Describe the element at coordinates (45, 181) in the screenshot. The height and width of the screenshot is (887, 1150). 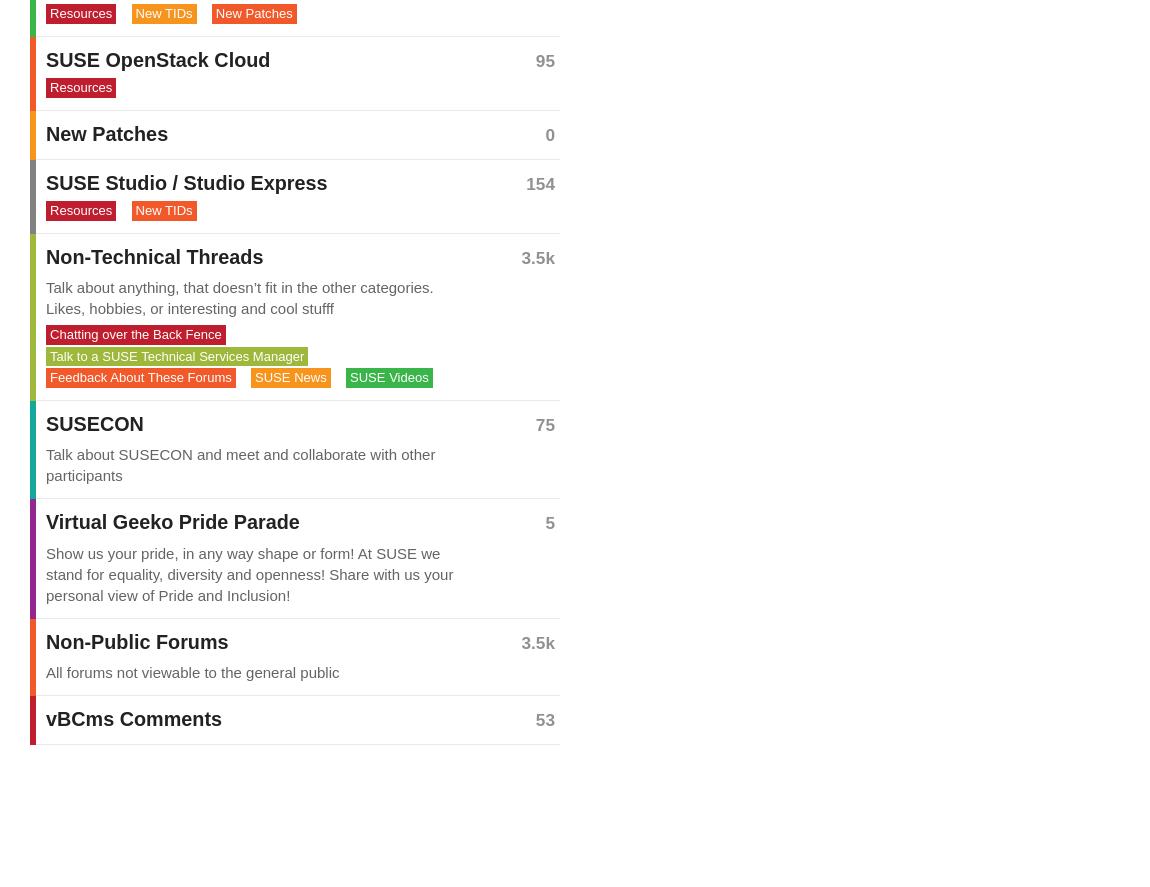
I see `'SUSE Studio / Studio Express'` at that location.